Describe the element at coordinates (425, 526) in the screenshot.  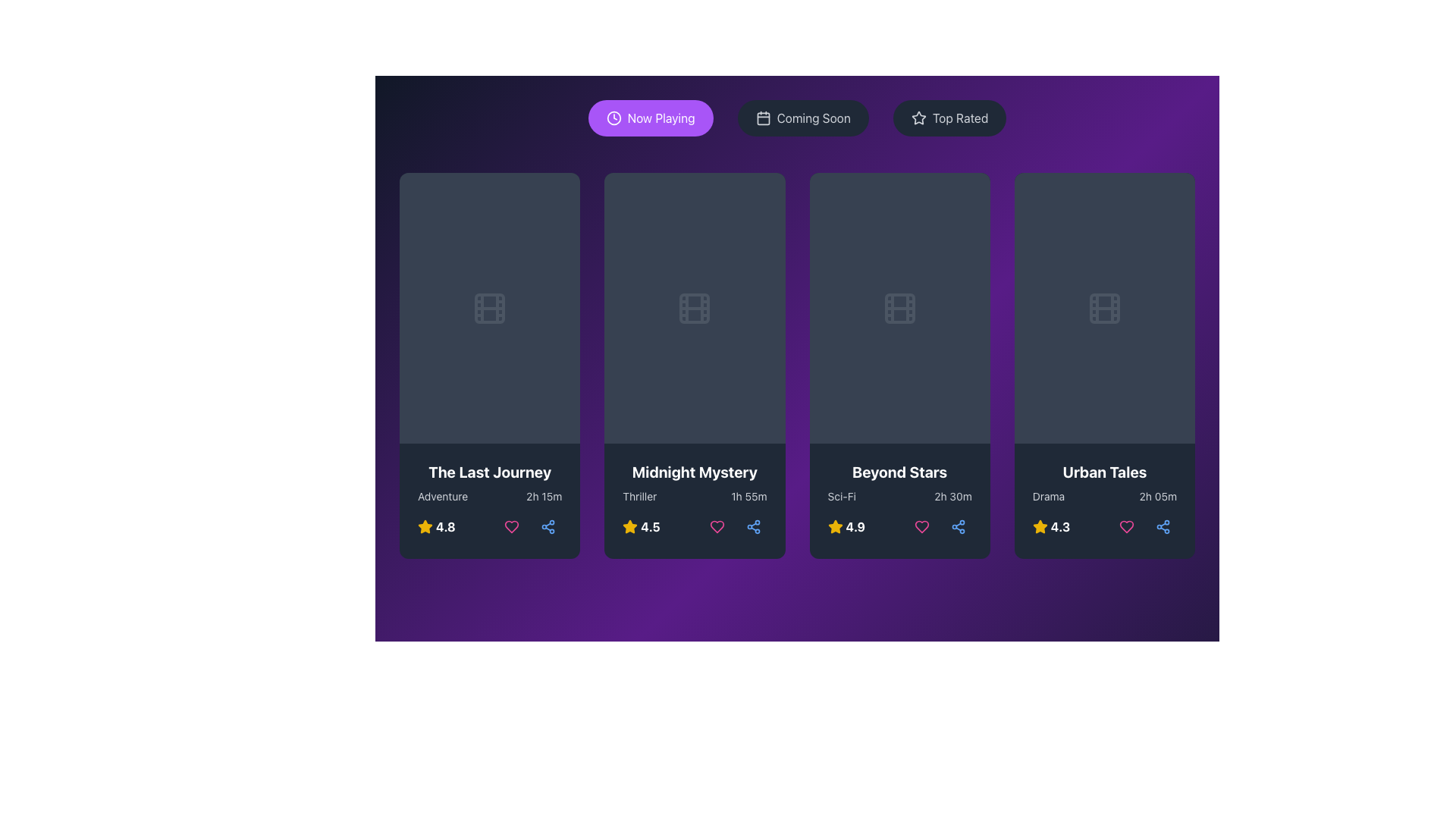
I see `the yellow star icon with a circular center, which is located underneath the second card from the left in a four-card horizontal layout, aligned with movie ratings` at that location.